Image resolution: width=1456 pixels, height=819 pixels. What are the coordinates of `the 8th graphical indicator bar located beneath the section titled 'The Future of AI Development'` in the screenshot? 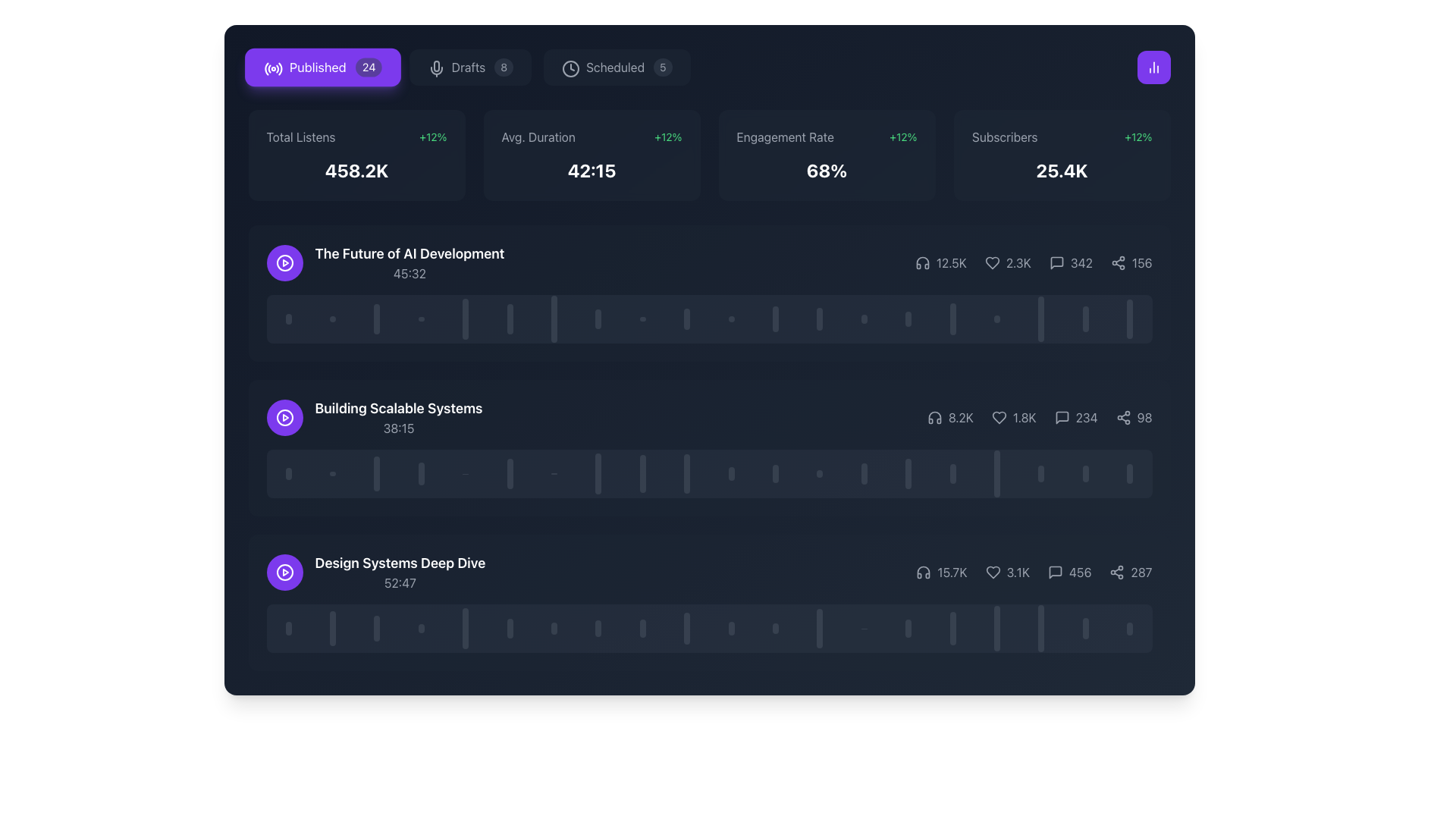 It's located at (598, 318).